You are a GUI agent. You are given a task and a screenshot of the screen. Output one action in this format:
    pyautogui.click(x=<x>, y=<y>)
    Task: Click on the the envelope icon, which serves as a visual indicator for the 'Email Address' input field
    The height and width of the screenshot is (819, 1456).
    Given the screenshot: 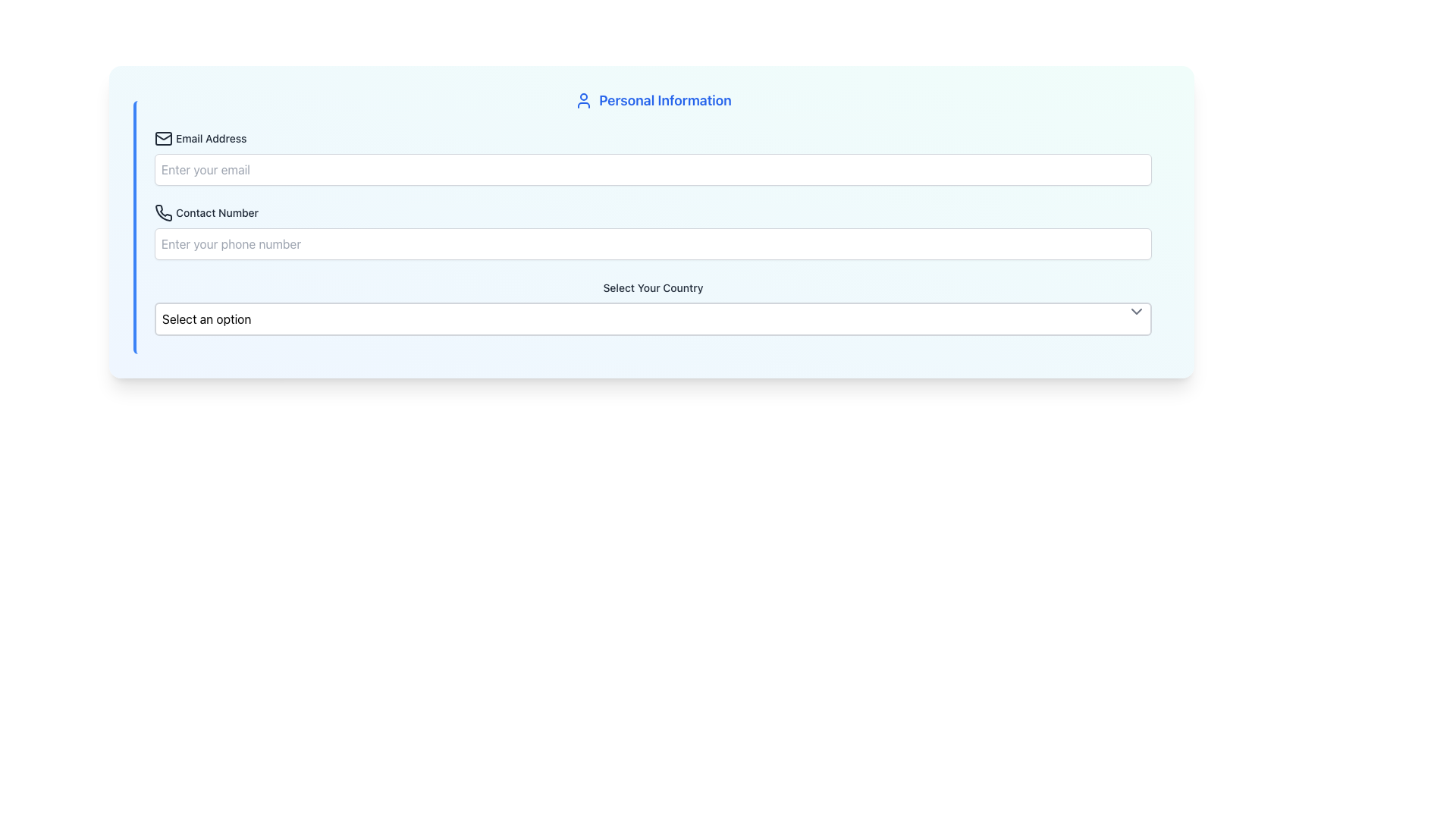 What is the action you would take?
    pyautogui.click(x=164, y=138)
    